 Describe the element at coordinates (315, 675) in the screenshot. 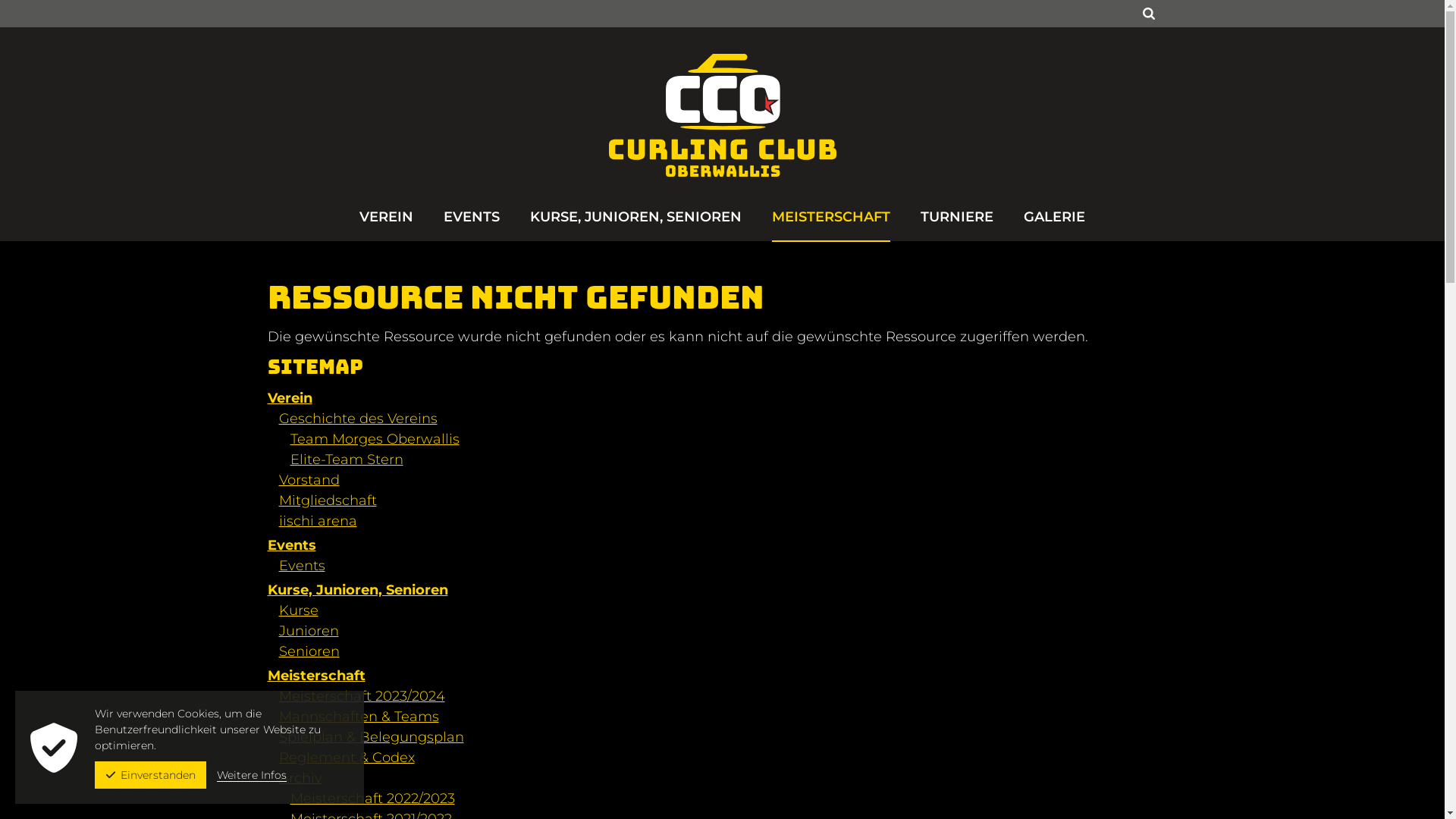

I see `'Meisterschaft'` at that location.